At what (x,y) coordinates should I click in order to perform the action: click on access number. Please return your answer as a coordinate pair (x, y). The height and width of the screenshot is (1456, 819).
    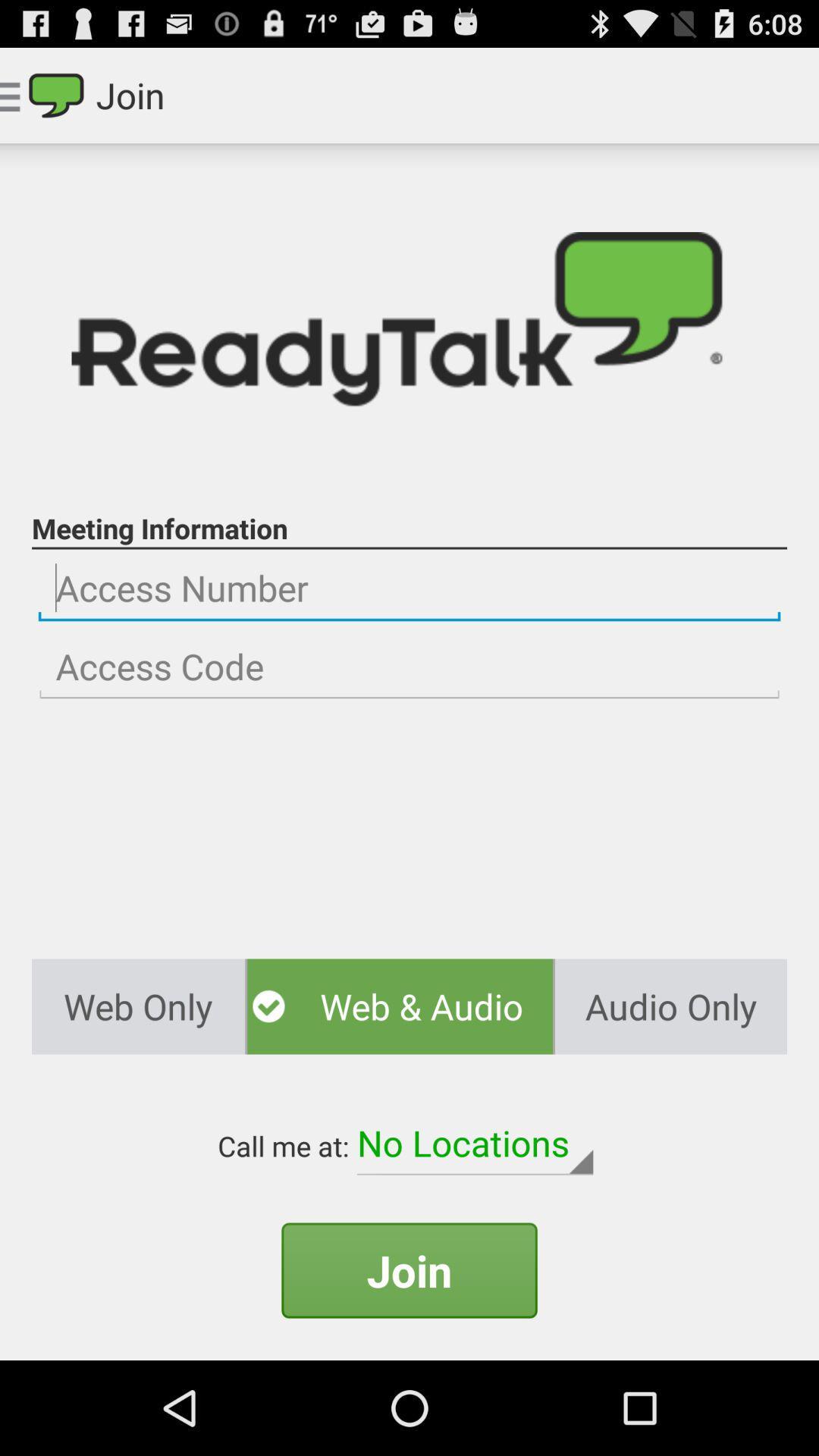
    Looking at the image, I should click on (409, 588).